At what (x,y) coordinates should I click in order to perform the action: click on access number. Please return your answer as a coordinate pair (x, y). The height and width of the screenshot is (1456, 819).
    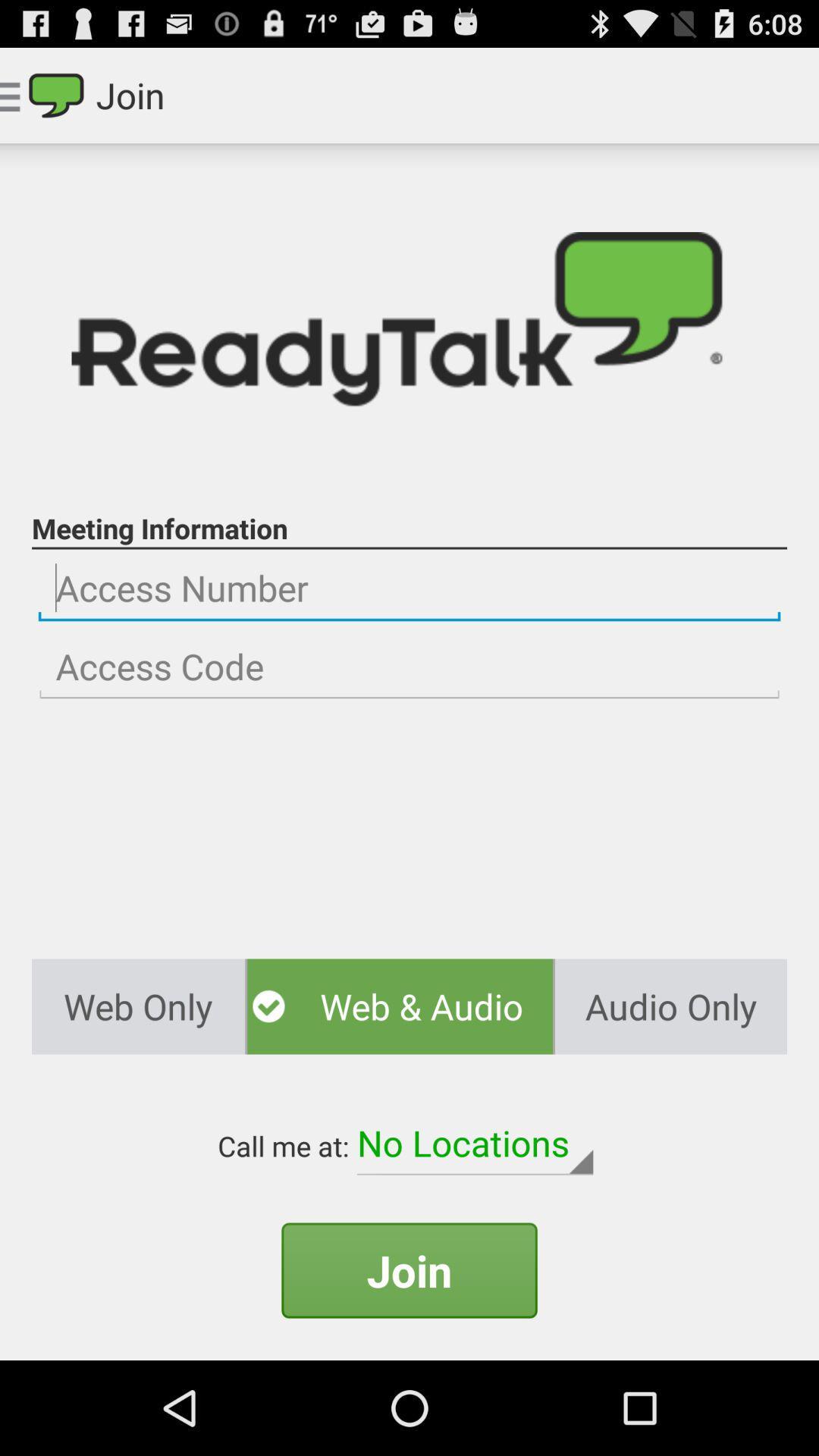
    Looking at the image, I should click on (409, 588).